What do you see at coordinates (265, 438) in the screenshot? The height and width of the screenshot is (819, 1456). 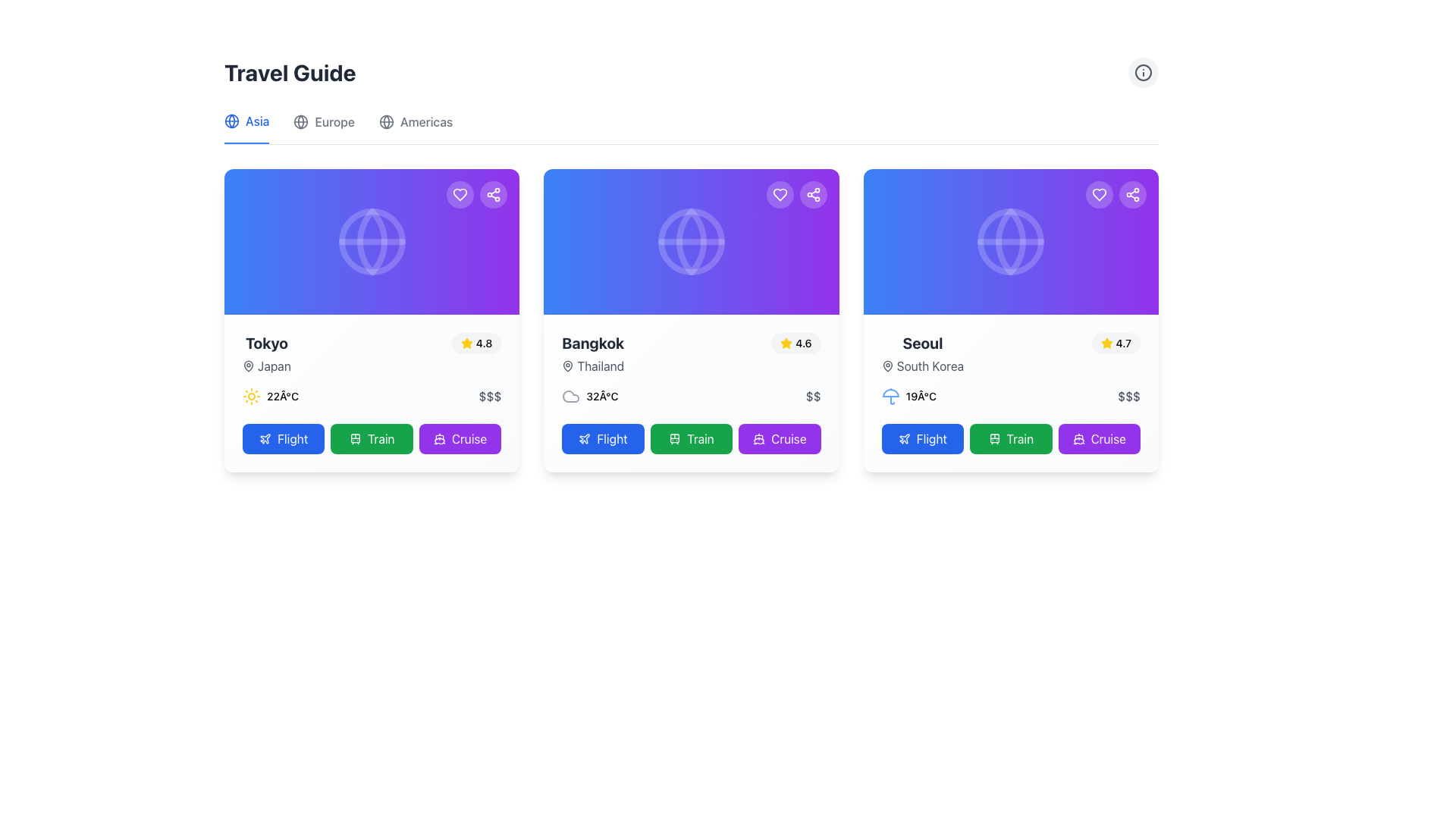 I see `the flight icon located to the left of the 'Flight' button on the Tokyo card at the bottom of the UI` at bounding box center [265, 438].